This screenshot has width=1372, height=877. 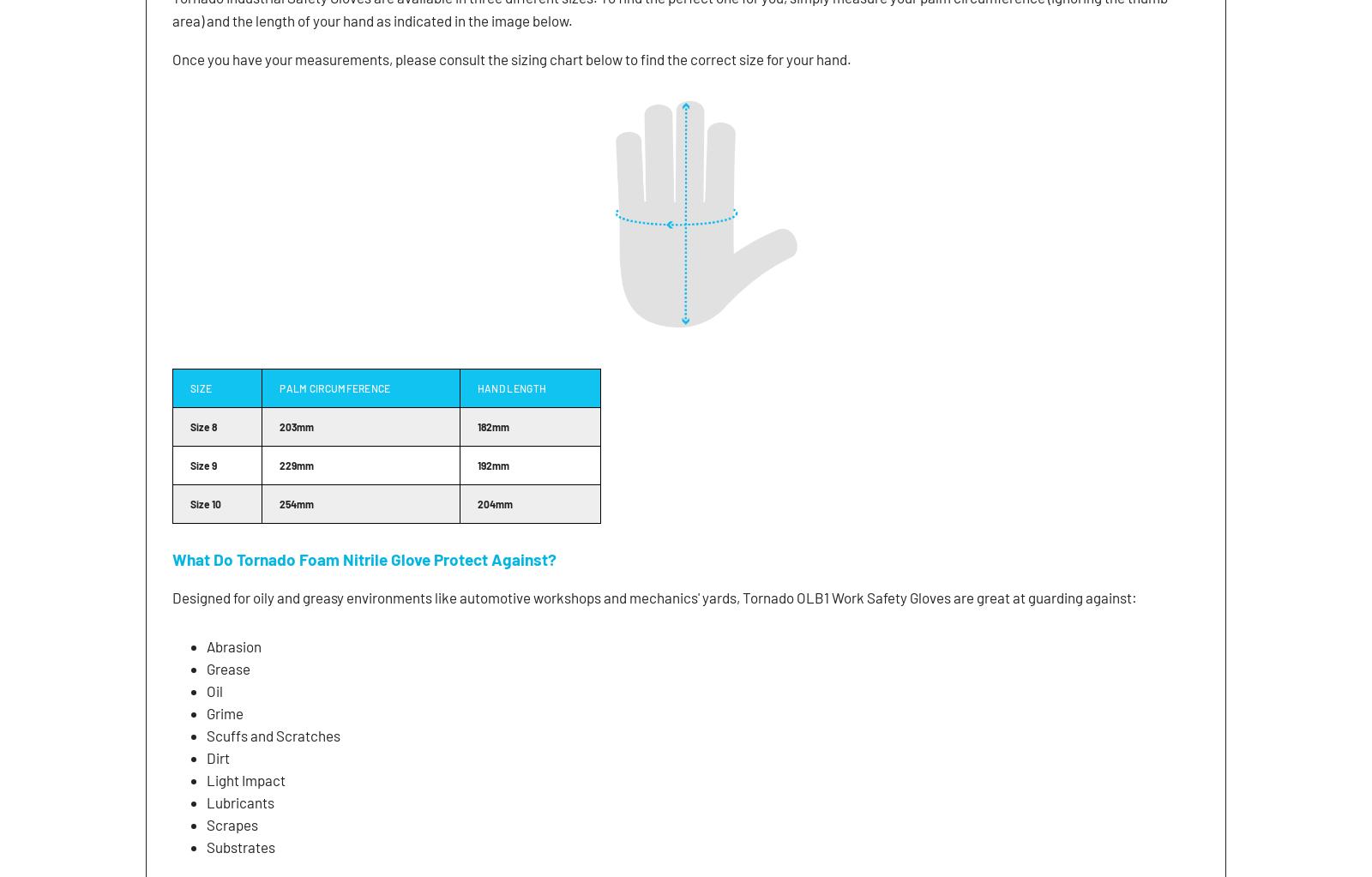 What do you see at coordinates (491, 463) in the screenshot?
I see `'192mm'` at bounding box center [491, 463].